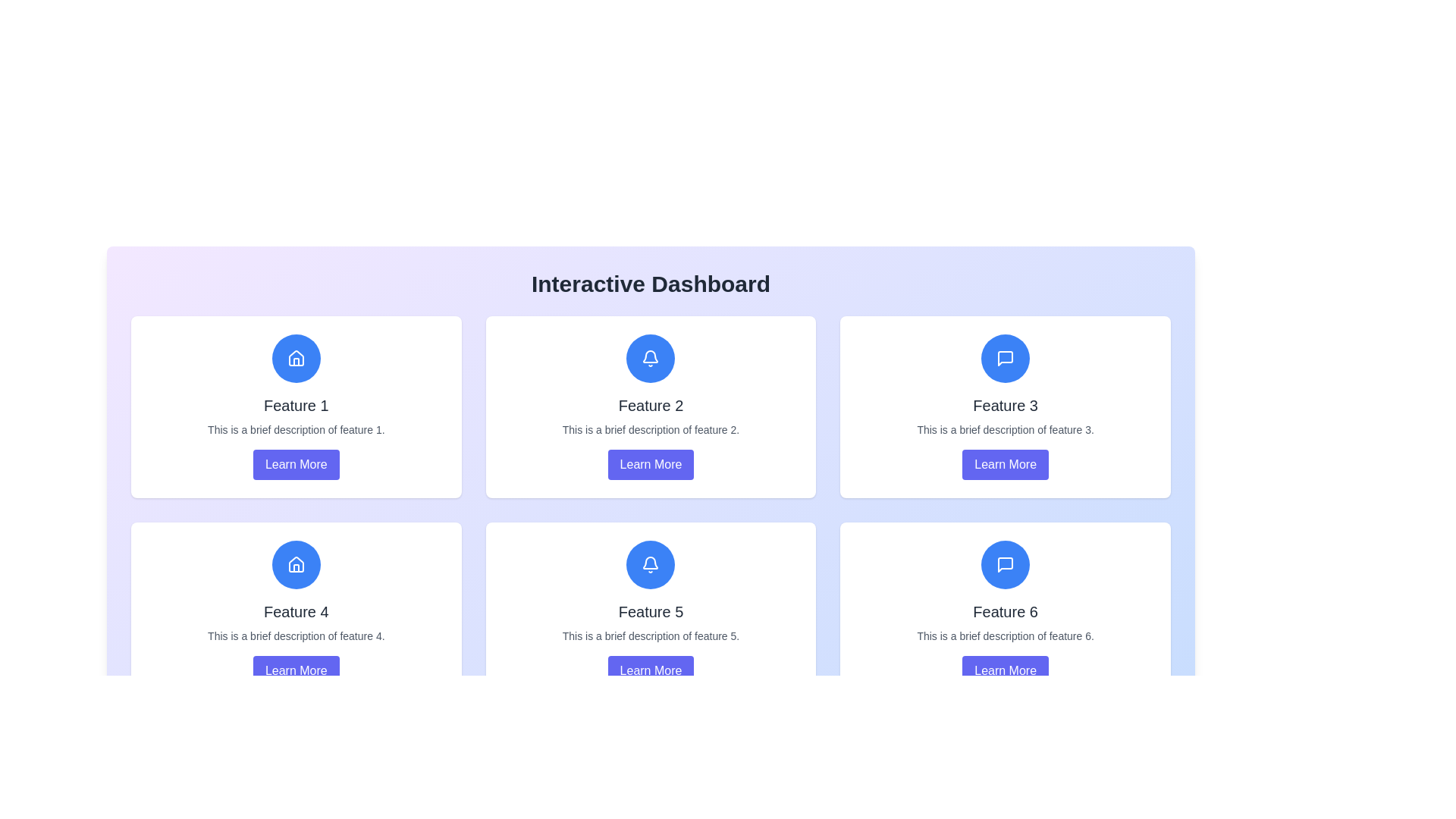 Image resolution: width=1456 pixels, height=819 pixels. Describe the element at coordinates (296, 359) in the screenshot. I see `the blue circular icon representing 'Feature 1' card, located at the top-left corner of the layout grid` at that location.